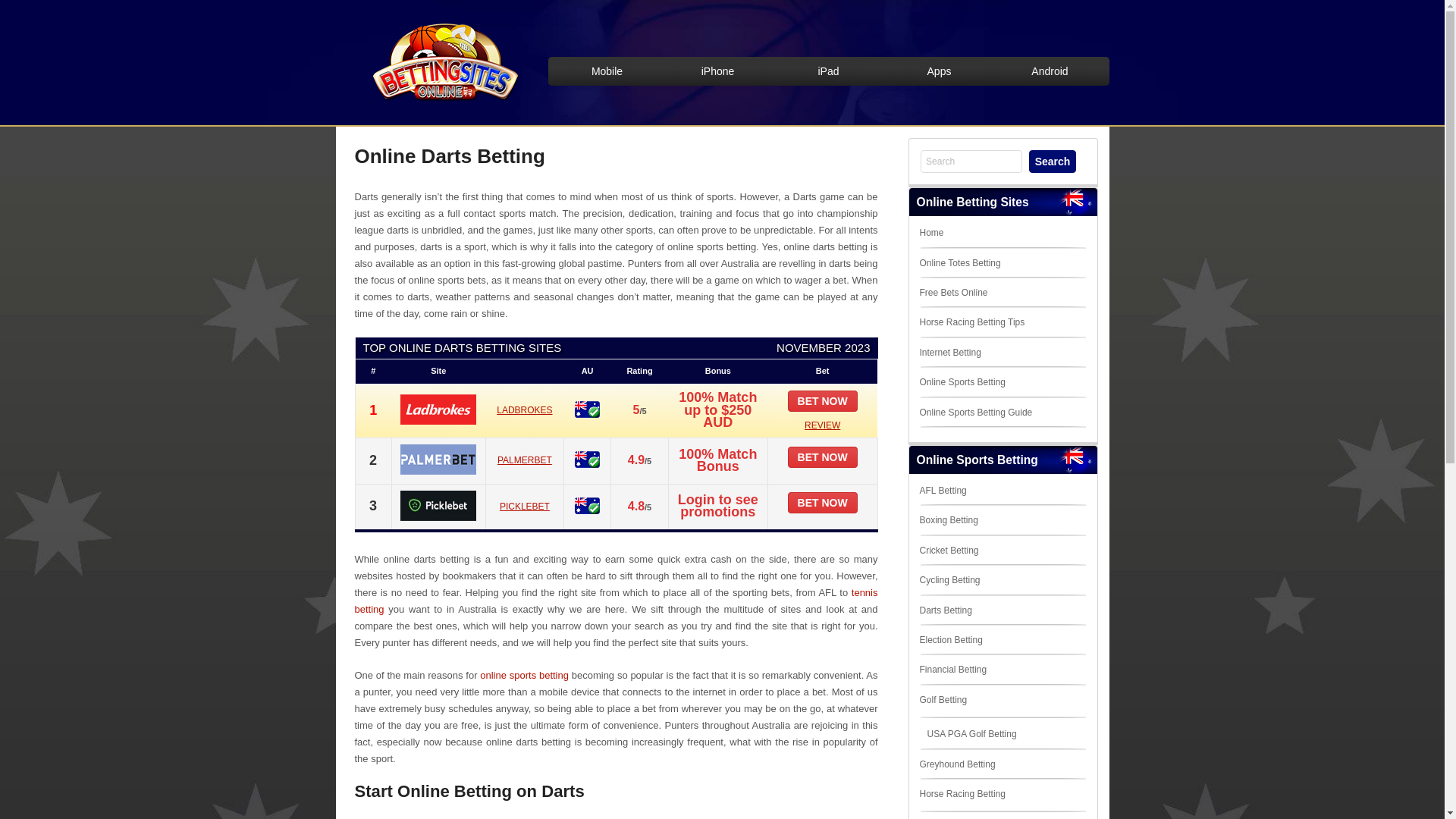 The height and width of the screenshot is (819, 1456). Describe the element at coordinates (1051, 161) in the screenshot. I see `'Search'` at that location.